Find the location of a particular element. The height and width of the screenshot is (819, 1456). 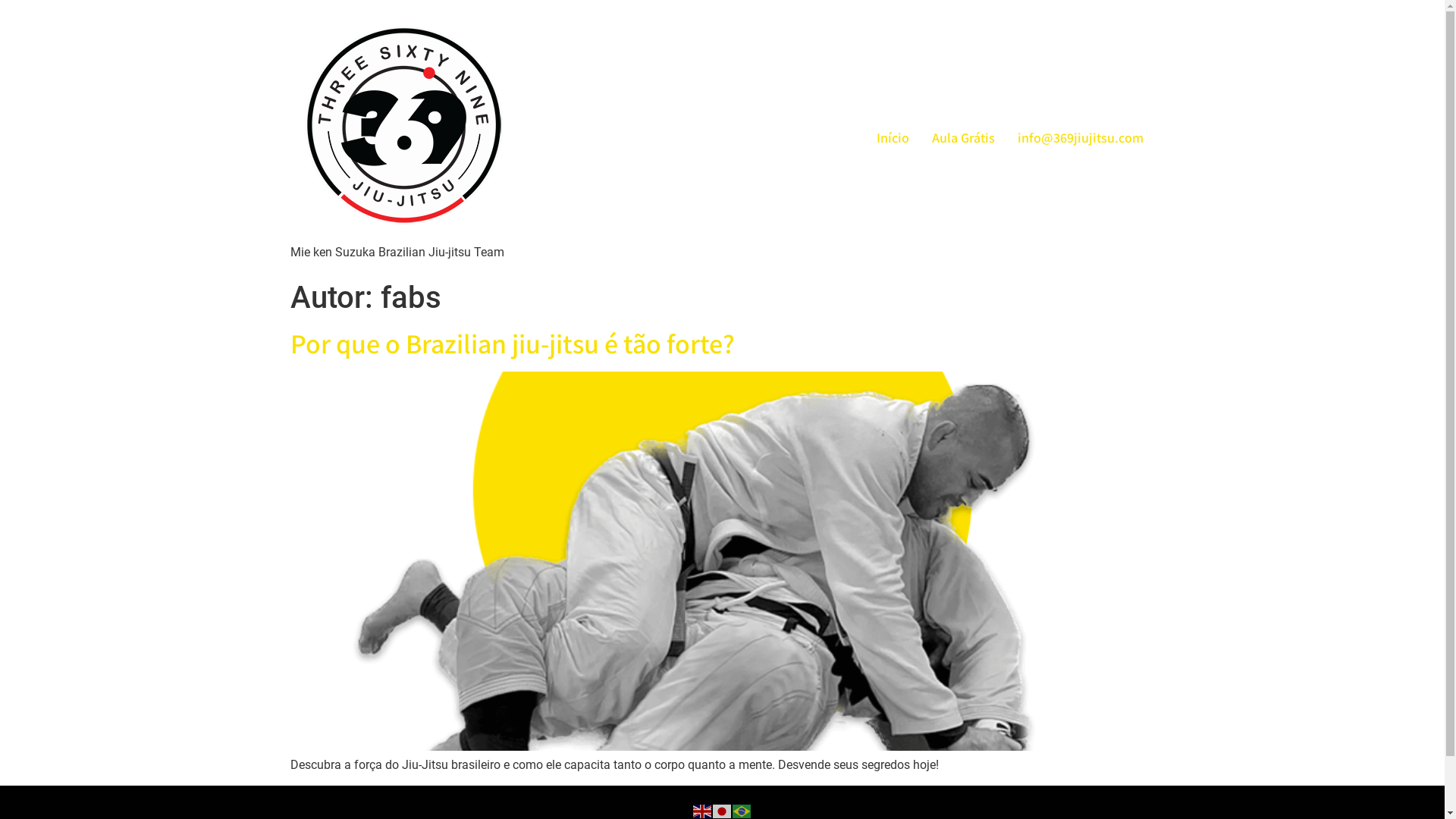

'info@369jiujitsu.com' is located at coordinates (1079, 136).